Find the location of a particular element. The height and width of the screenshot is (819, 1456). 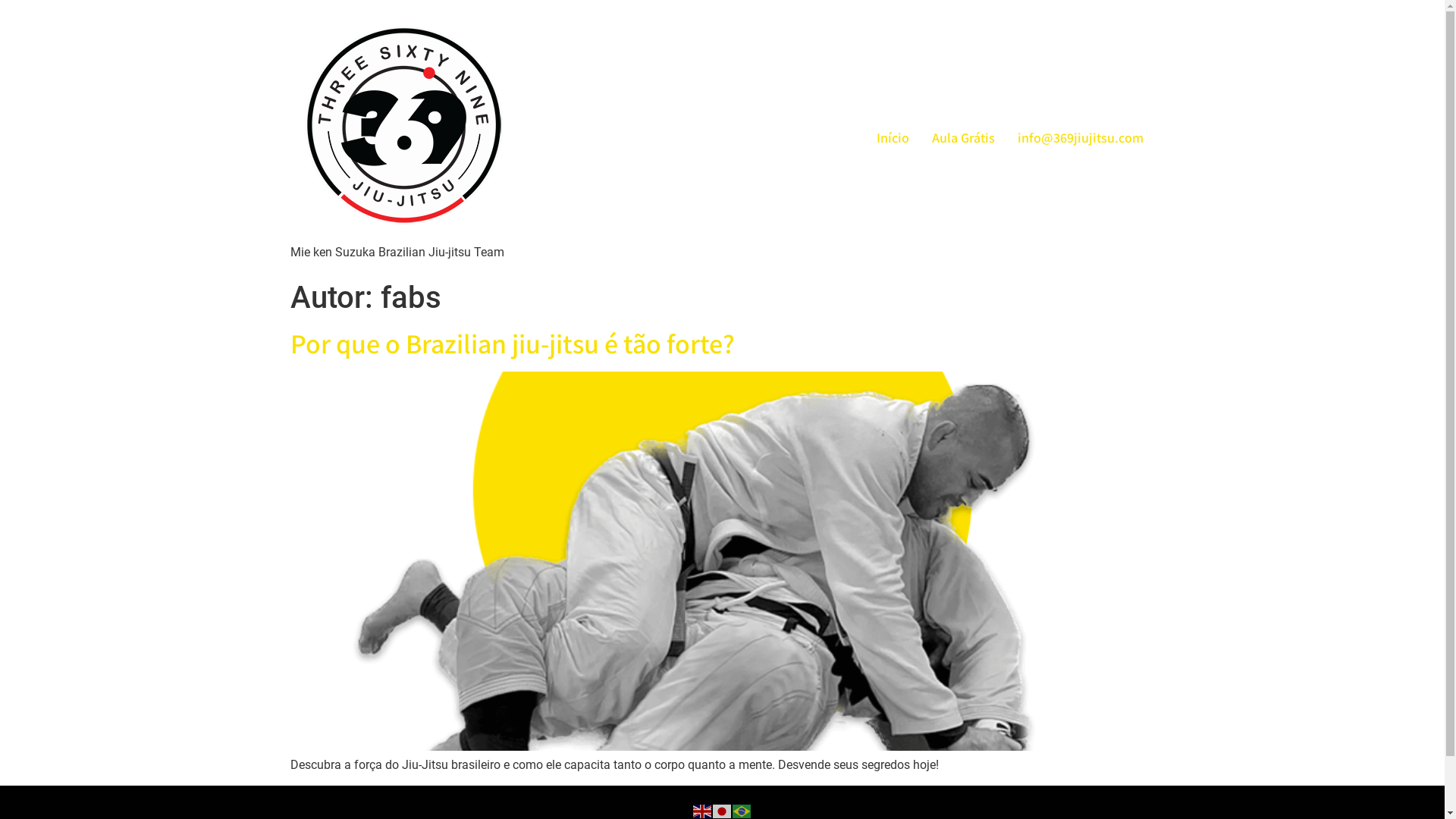

'info@369jiujitsu.com' is located at coordinates (1079, 136).